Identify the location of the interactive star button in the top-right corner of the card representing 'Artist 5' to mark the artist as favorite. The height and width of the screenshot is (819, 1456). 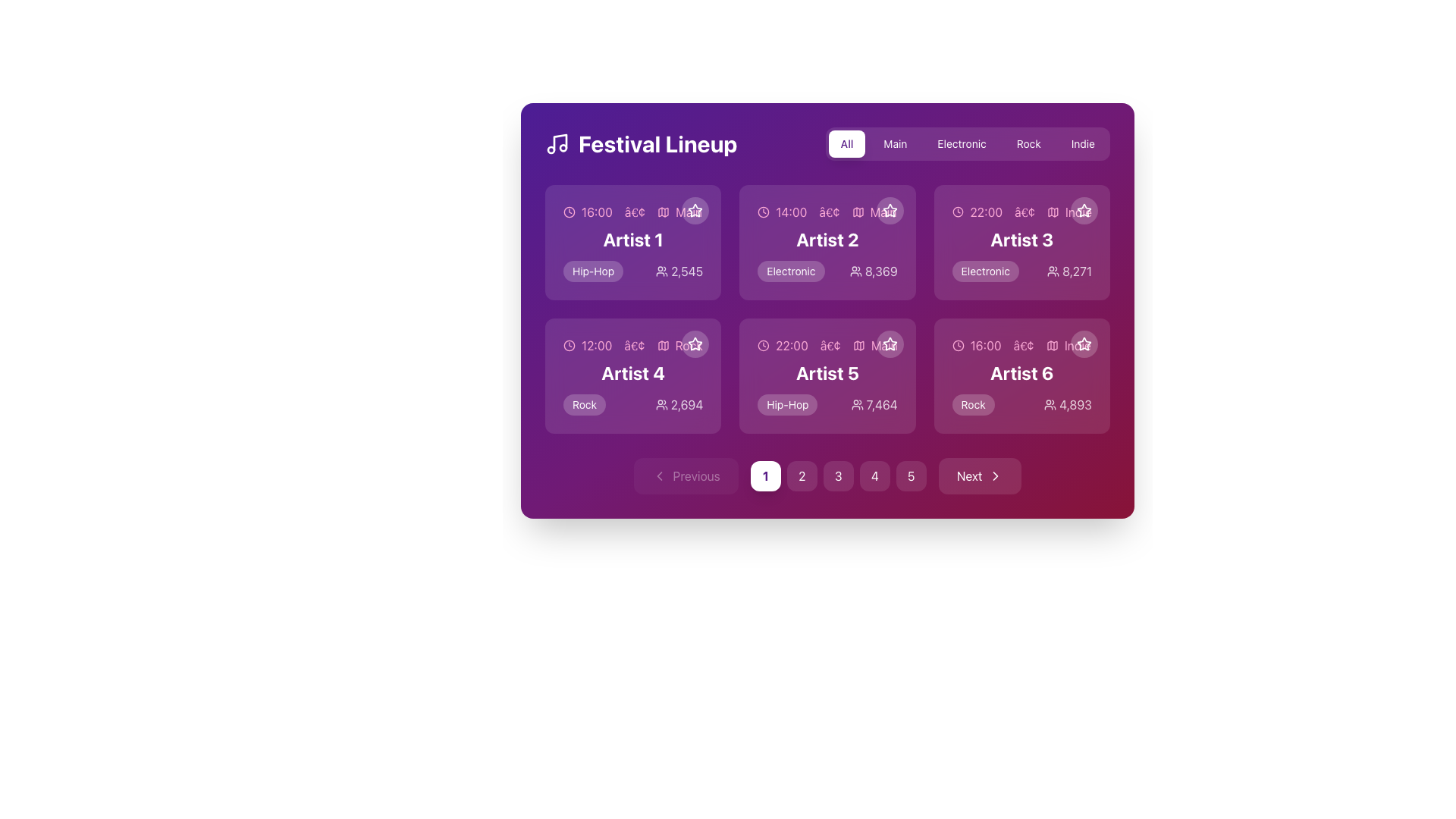
(890, 344).